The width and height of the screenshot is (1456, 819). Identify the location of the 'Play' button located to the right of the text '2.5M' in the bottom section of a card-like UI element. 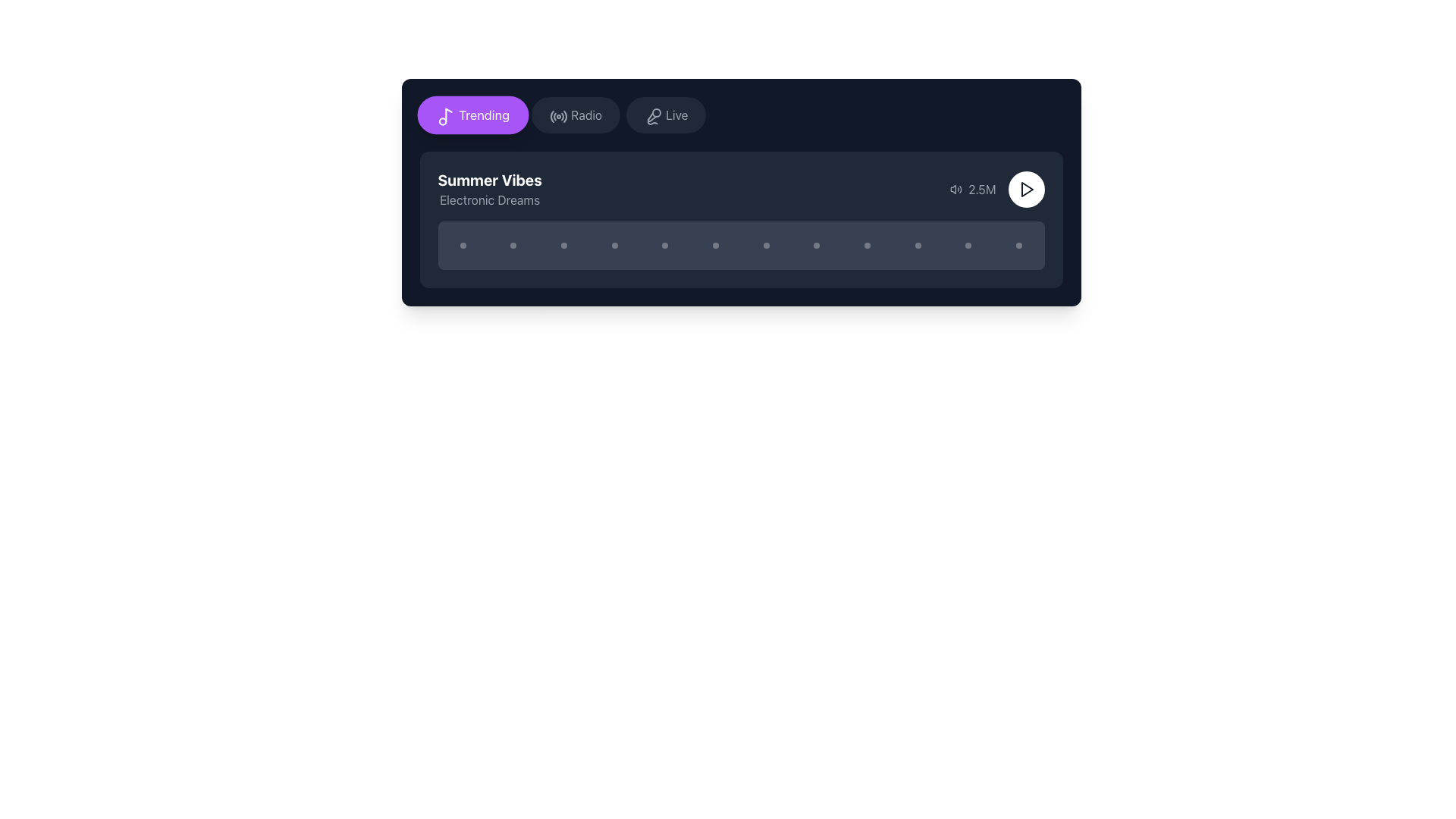
(1026, 189).